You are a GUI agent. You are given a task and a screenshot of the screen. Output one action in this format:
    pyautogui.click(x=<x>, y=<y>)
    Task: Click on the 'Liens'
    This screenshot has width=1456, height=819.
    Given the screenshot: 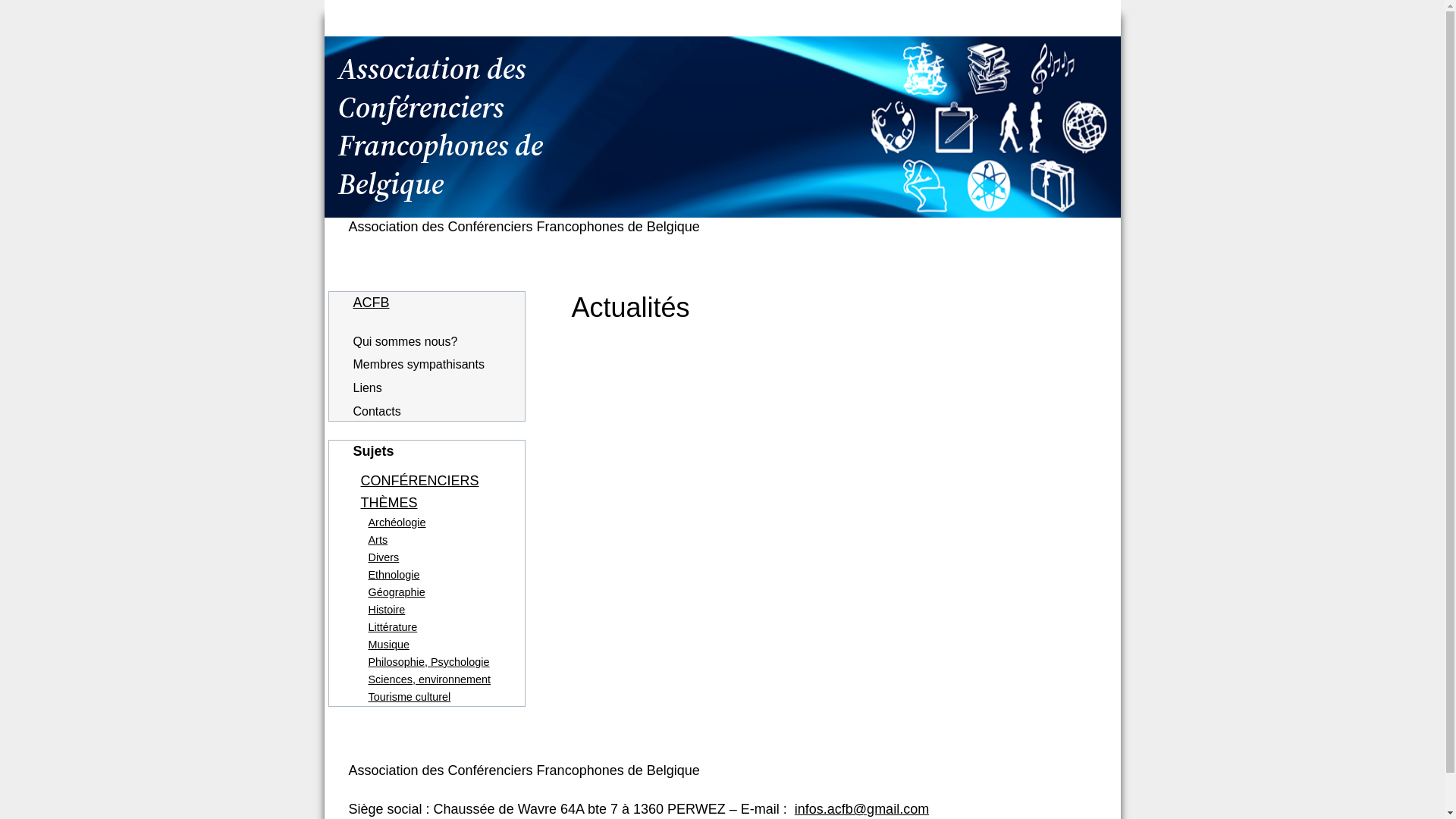 What is the action you would take?
    pyautogui.click(x=367, y=388)
    